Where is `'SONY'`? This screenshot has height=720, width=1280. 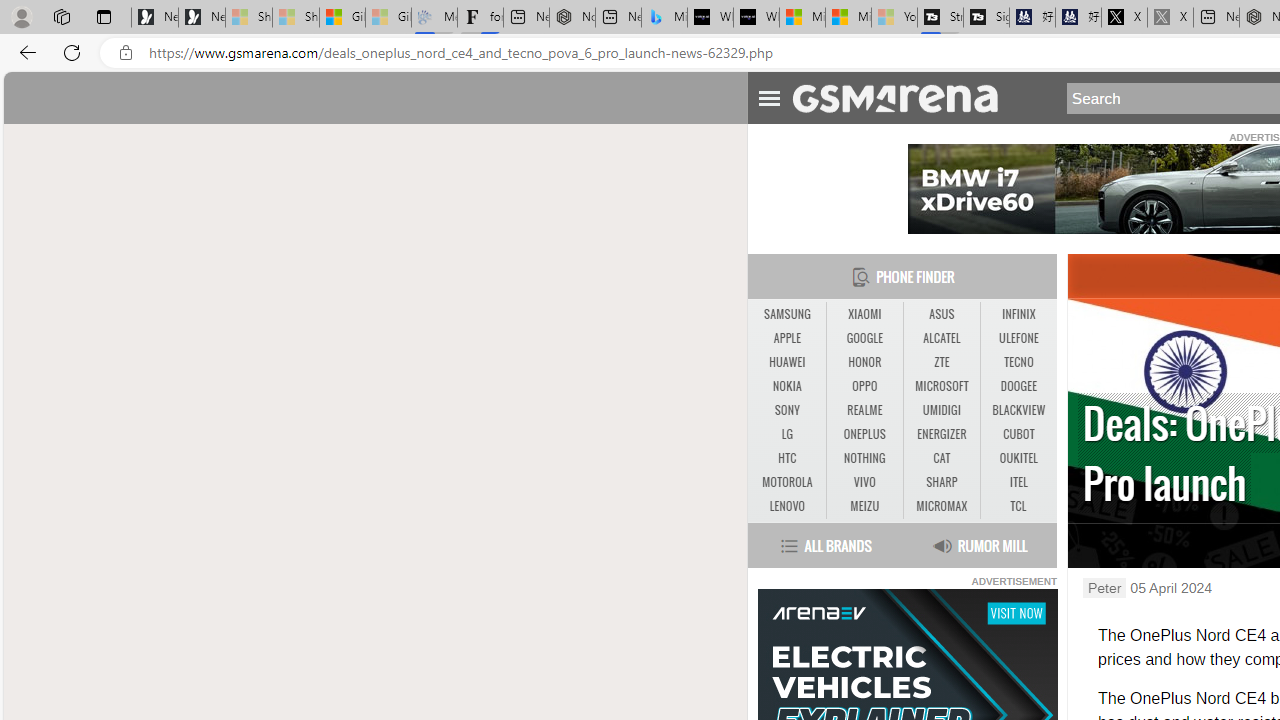 'SONY' is located at coordinates (786, 410).